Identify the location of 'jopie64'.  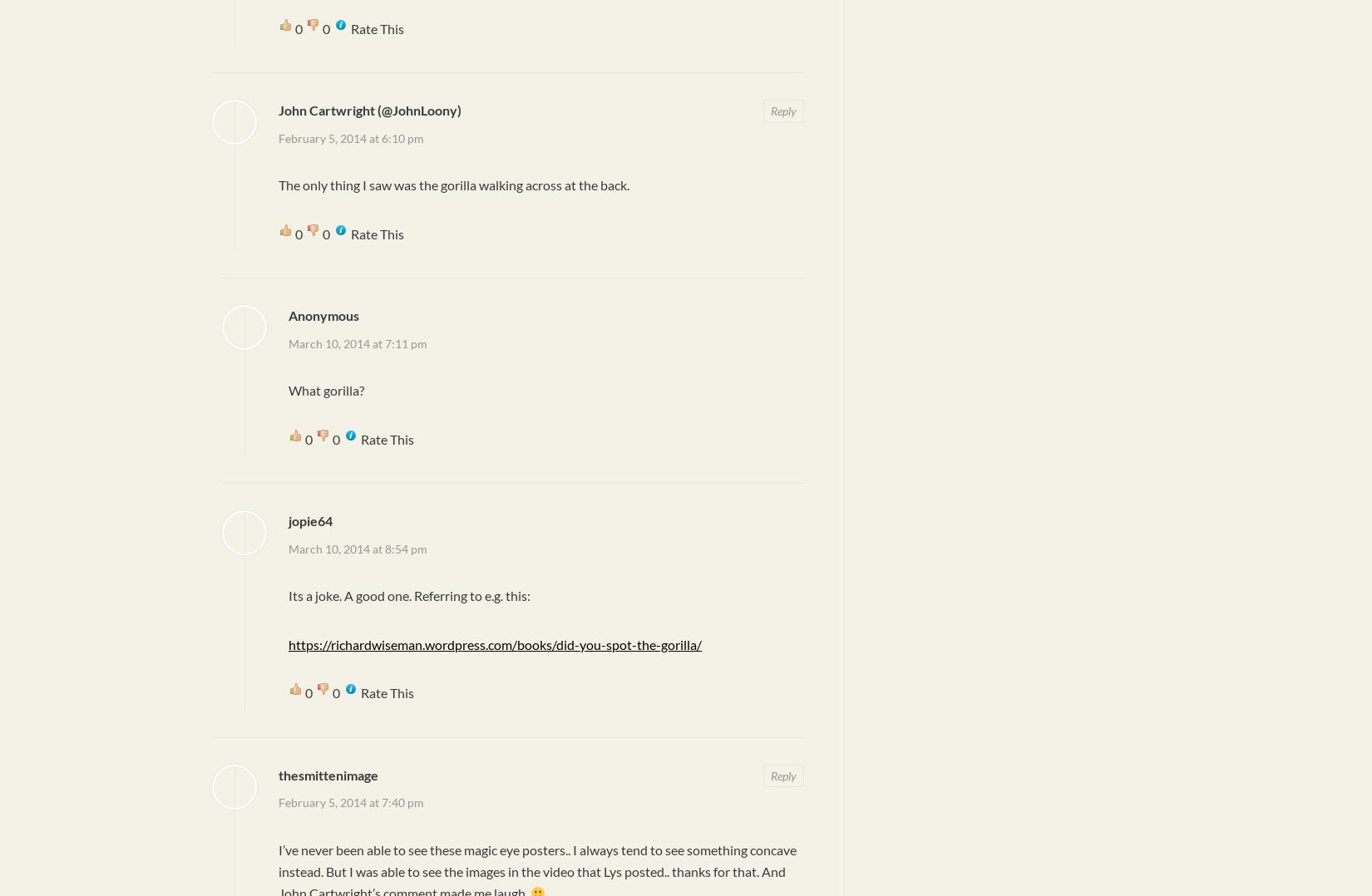
(310, 519).